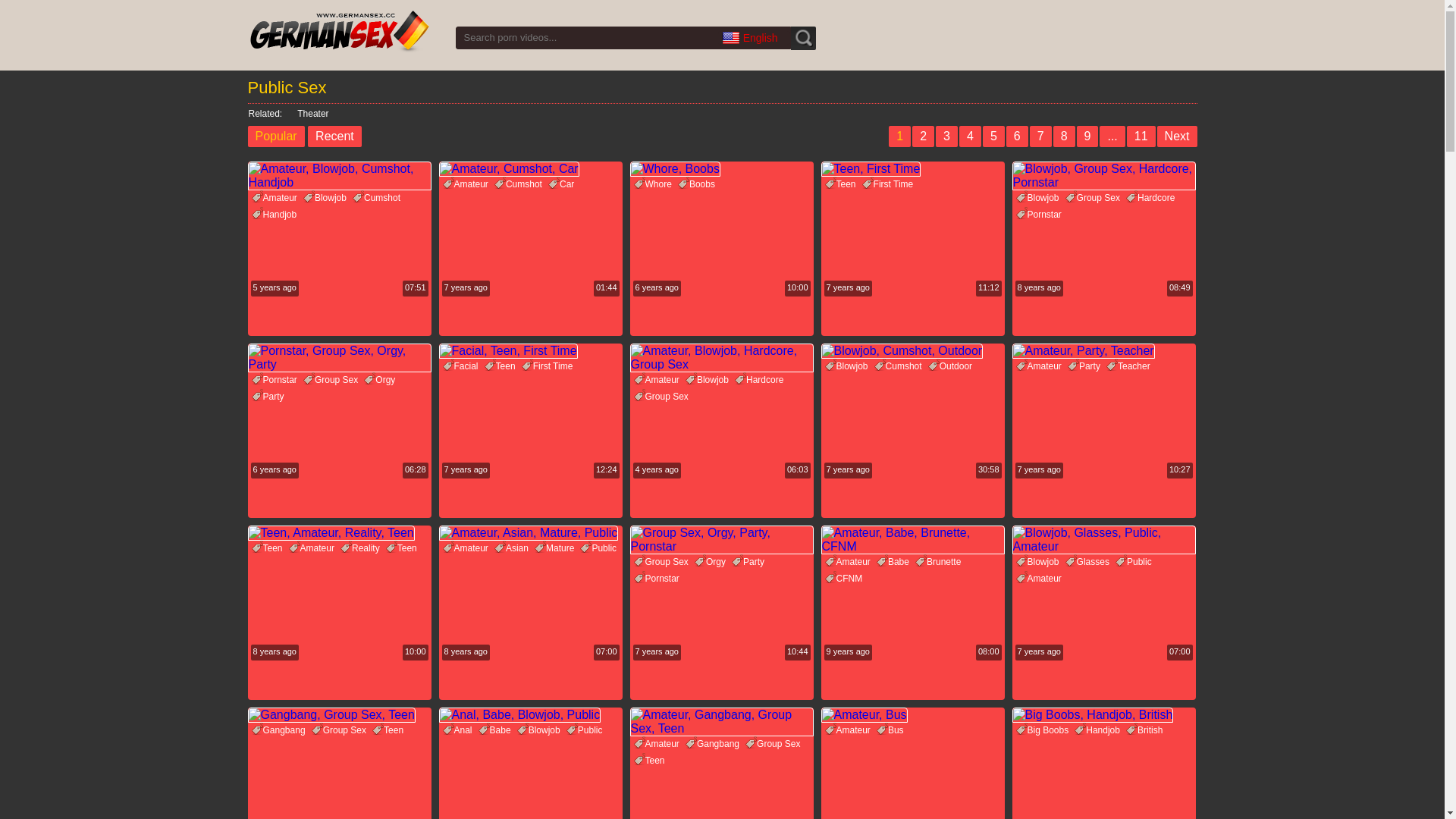 This screenshot has height=819, width=1456. Describe the element at coordinates (513, 548) in the screenshot. I see `'Asian'` at that location.